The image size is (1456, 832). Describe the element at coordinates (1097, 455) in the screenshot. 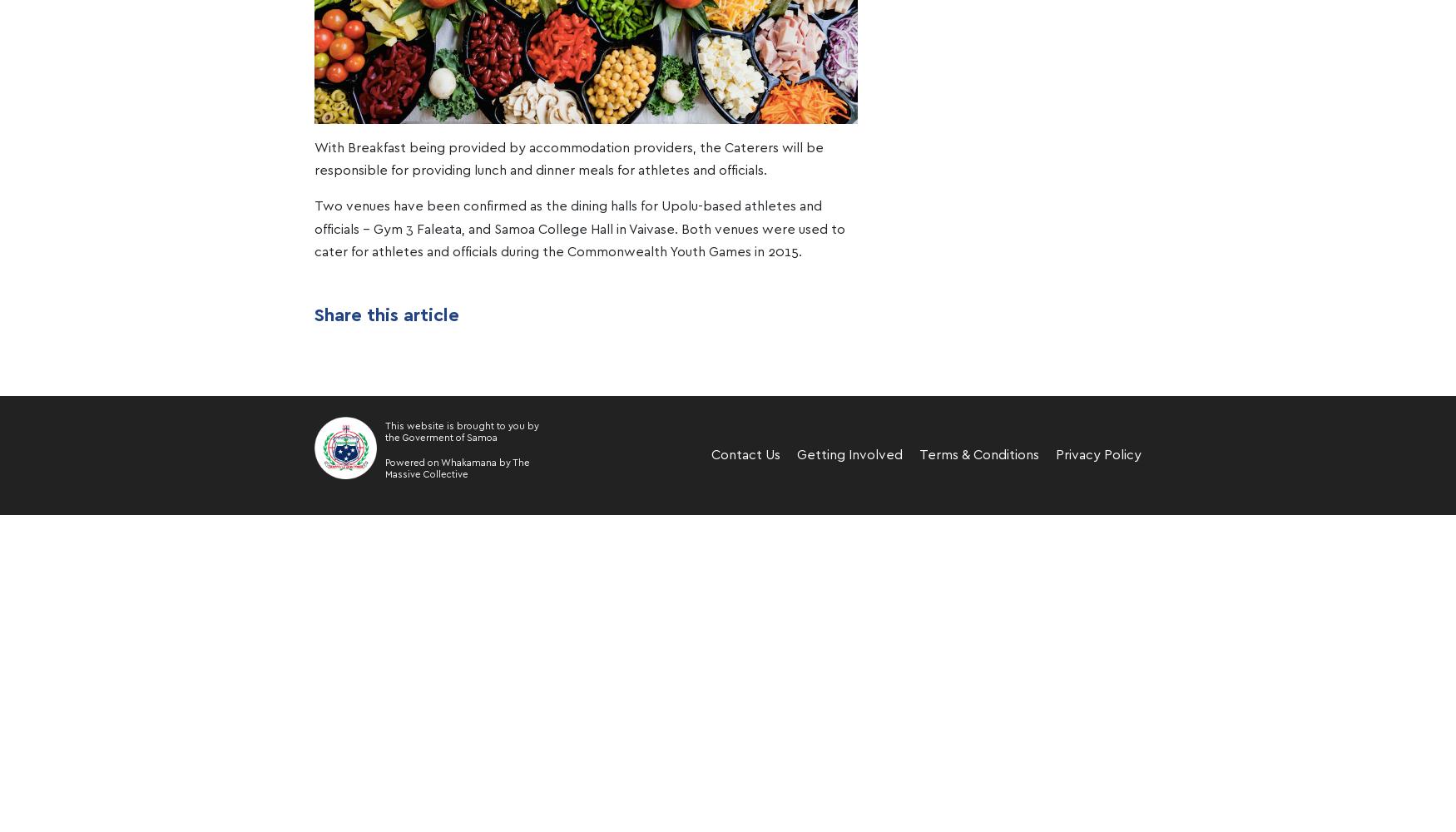

I see `'Privacy Policy'` at that location.